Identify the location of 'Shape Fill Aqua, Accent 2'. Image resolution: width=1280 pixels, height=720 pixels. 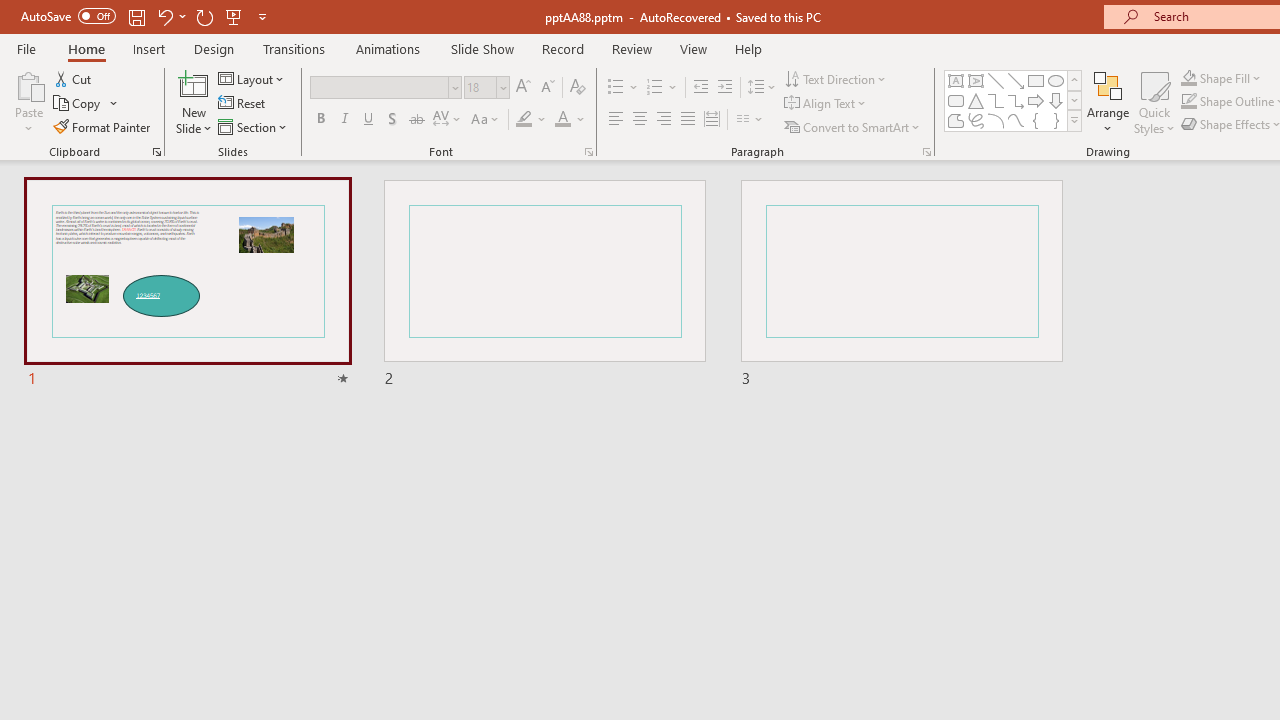
(1189, 77).